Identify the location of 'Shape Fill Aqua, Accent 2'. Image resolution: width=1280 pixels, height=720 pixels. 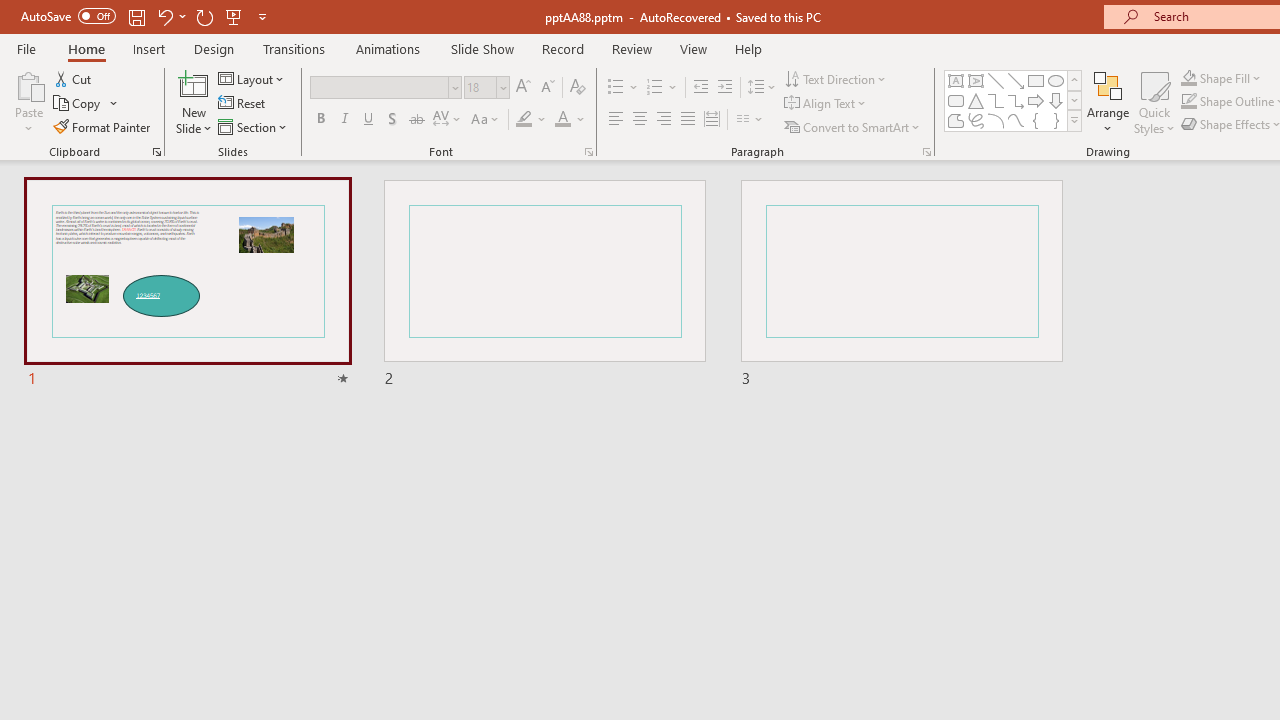
(1189, 77).